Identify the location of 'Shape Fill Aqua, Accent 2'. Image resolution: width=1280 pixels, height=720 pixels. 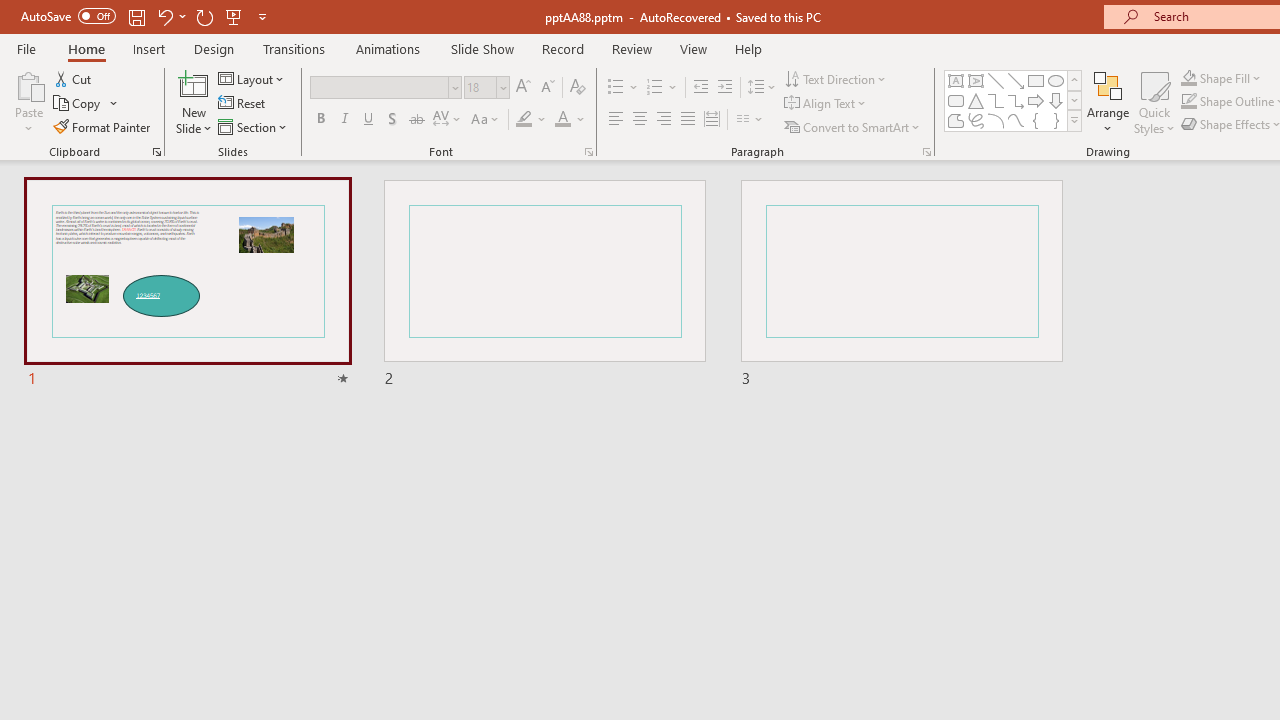
(1189, 77).